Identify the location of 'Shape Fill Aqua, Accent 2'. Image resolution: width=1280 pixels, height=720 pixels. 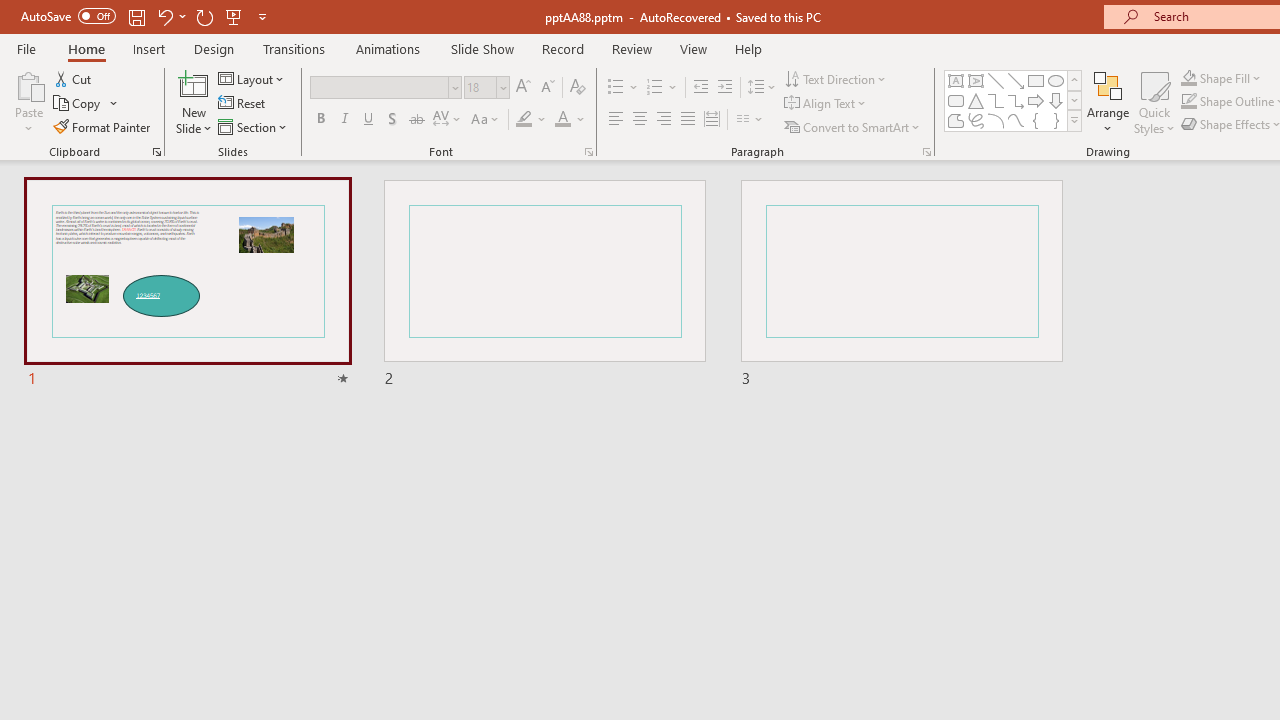
(1189, 77).